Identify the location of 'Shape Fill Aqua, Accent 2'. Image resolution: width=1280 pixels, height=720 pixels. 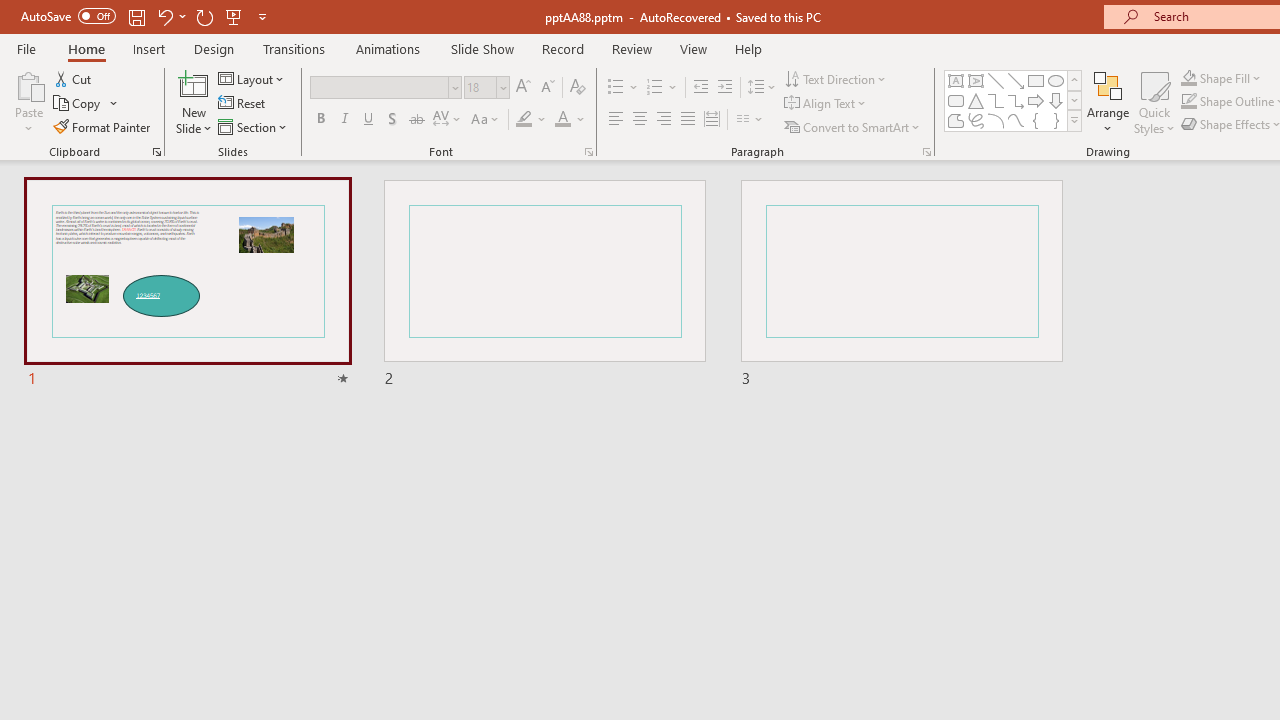
(1189, 77).